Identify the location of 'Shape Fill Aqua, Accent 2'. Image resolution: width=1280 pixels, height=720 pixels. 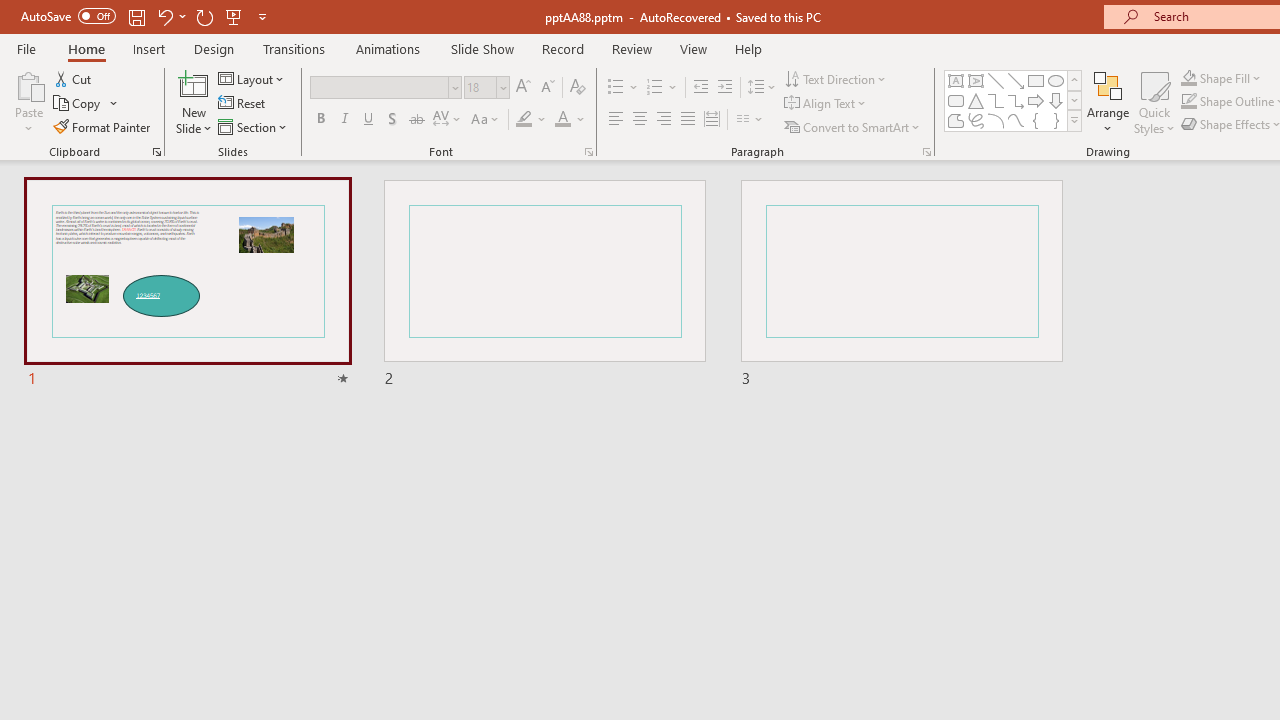
(1189, 77).